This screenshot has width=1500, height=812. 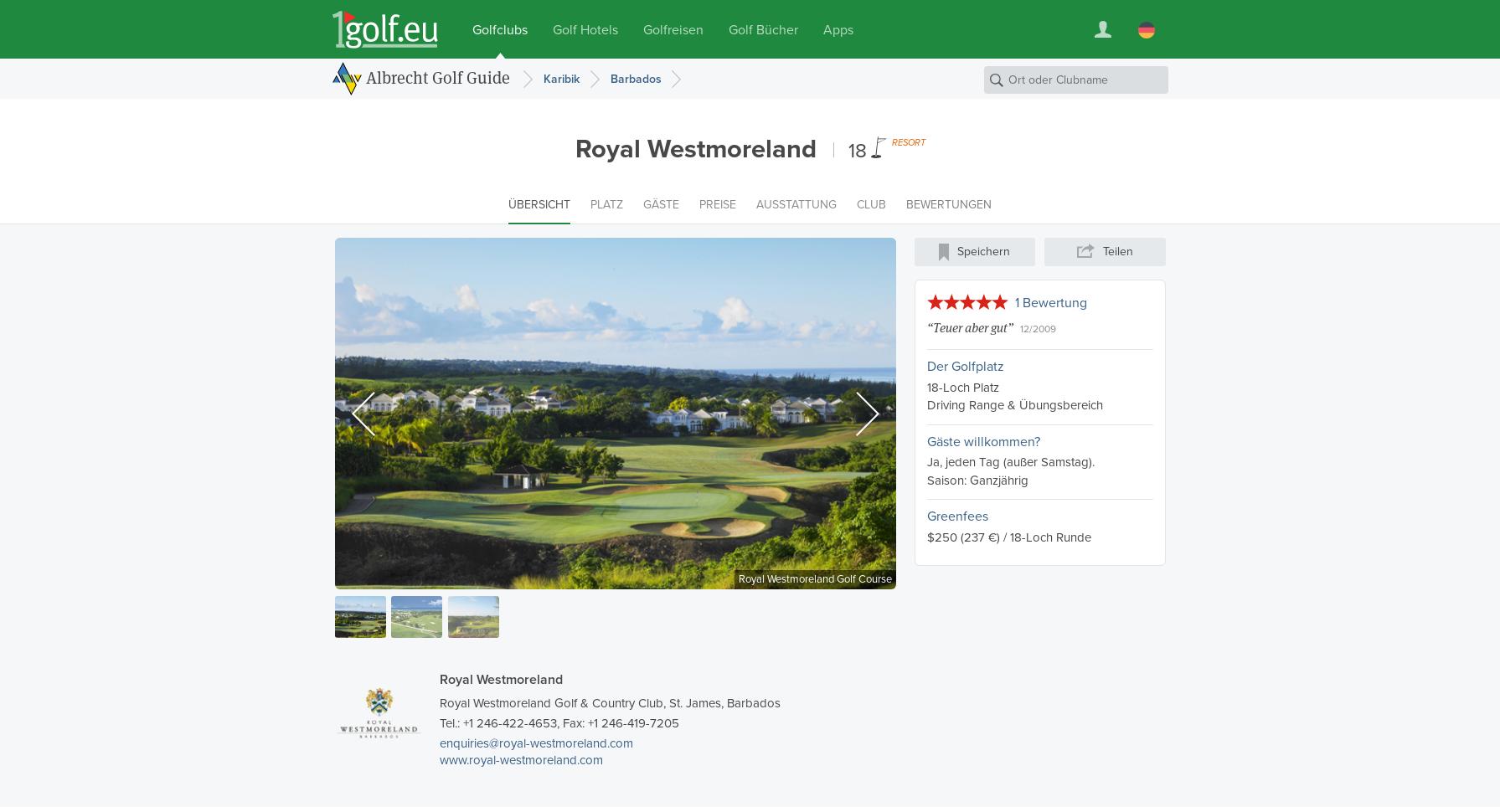 What do you see at coordinates (610, 78) in the screenshot?
I see `'Barbados'` at bounding box center [610, 78].